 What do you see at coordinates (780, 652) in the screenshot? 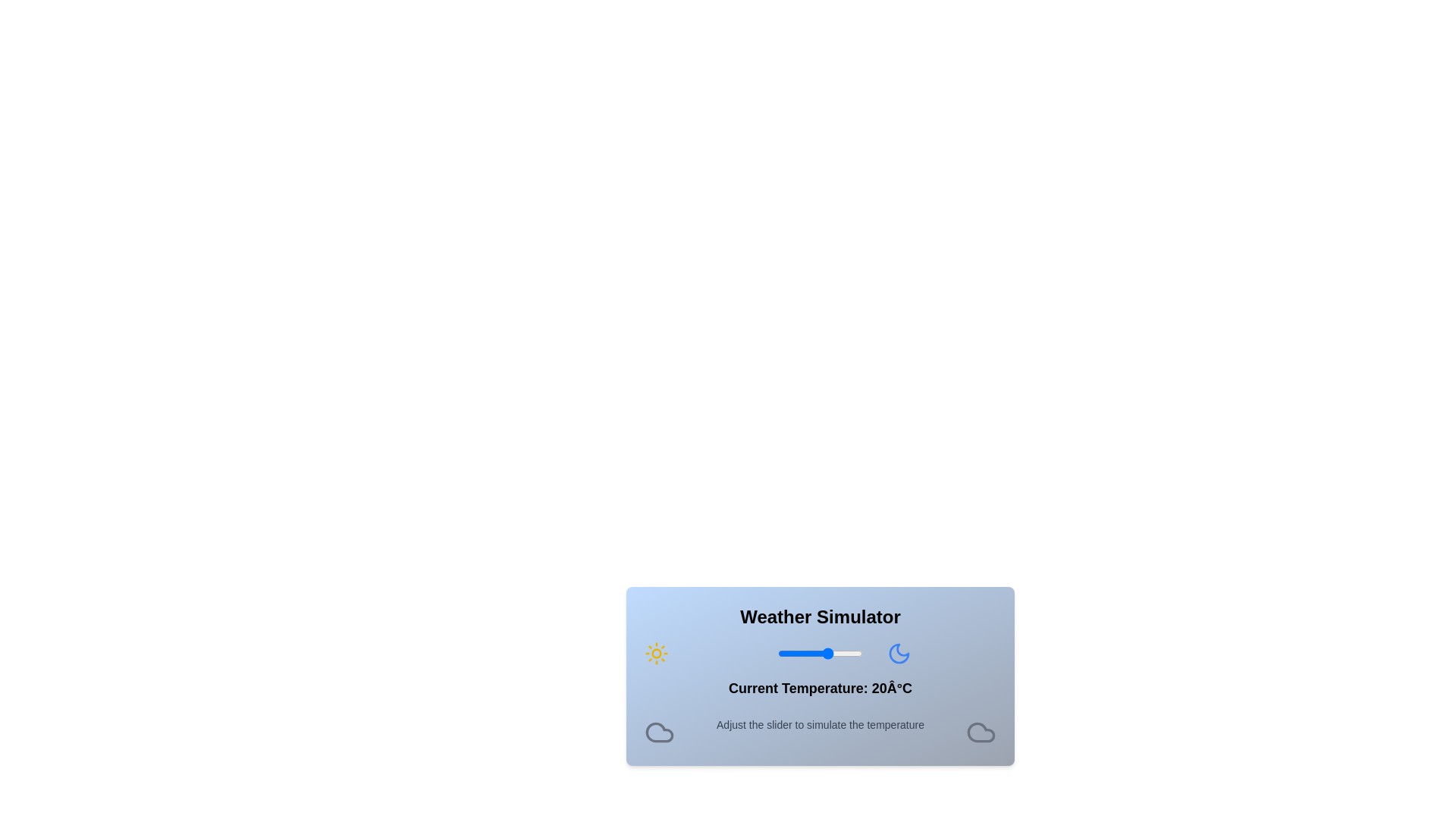
I see `the slider to set the temperature to -9°C` at bounding box center [780, 652].